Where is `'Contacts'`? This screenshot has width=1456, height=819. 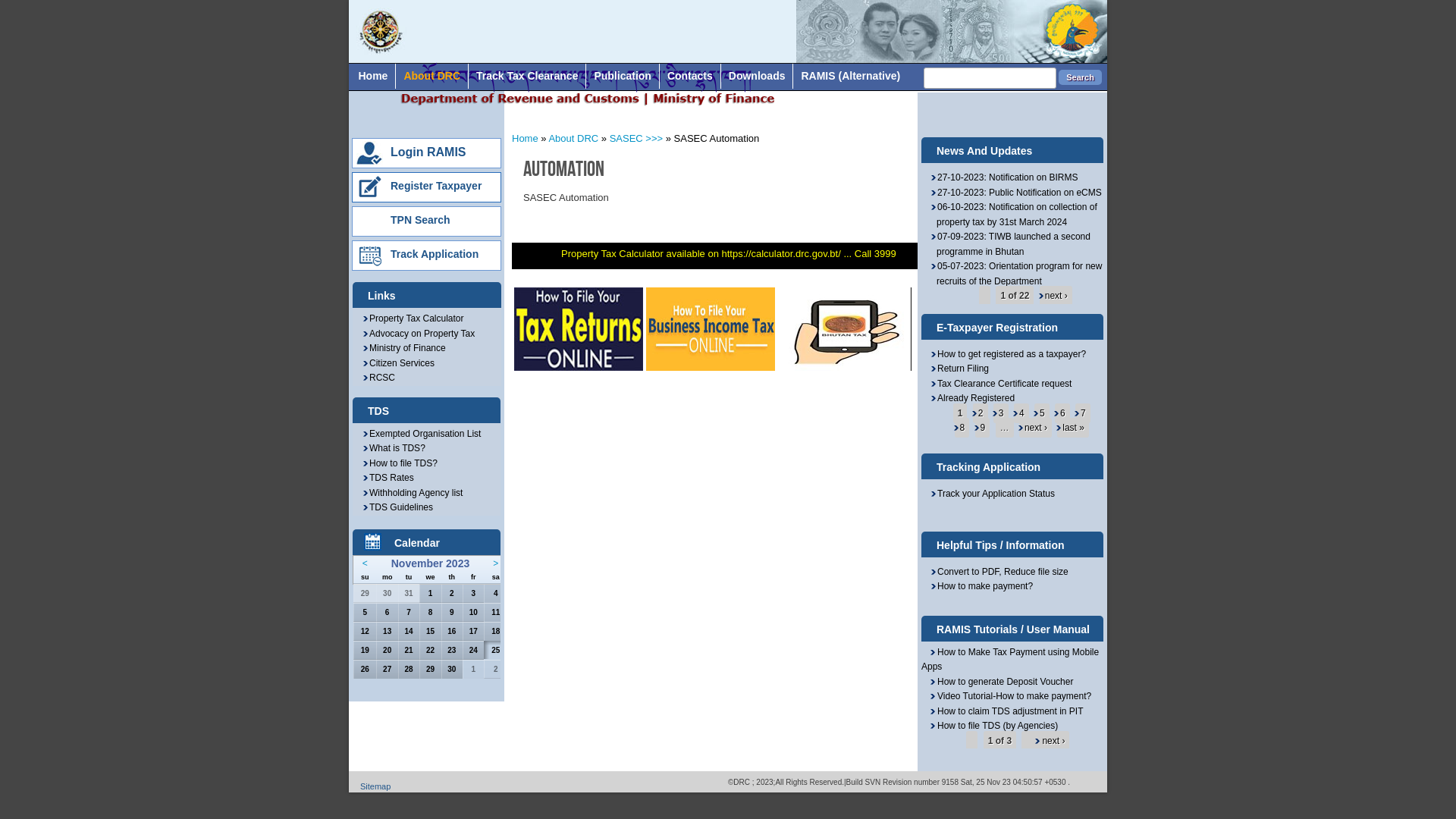 'Contacts' is located at coordinates (689, 76).